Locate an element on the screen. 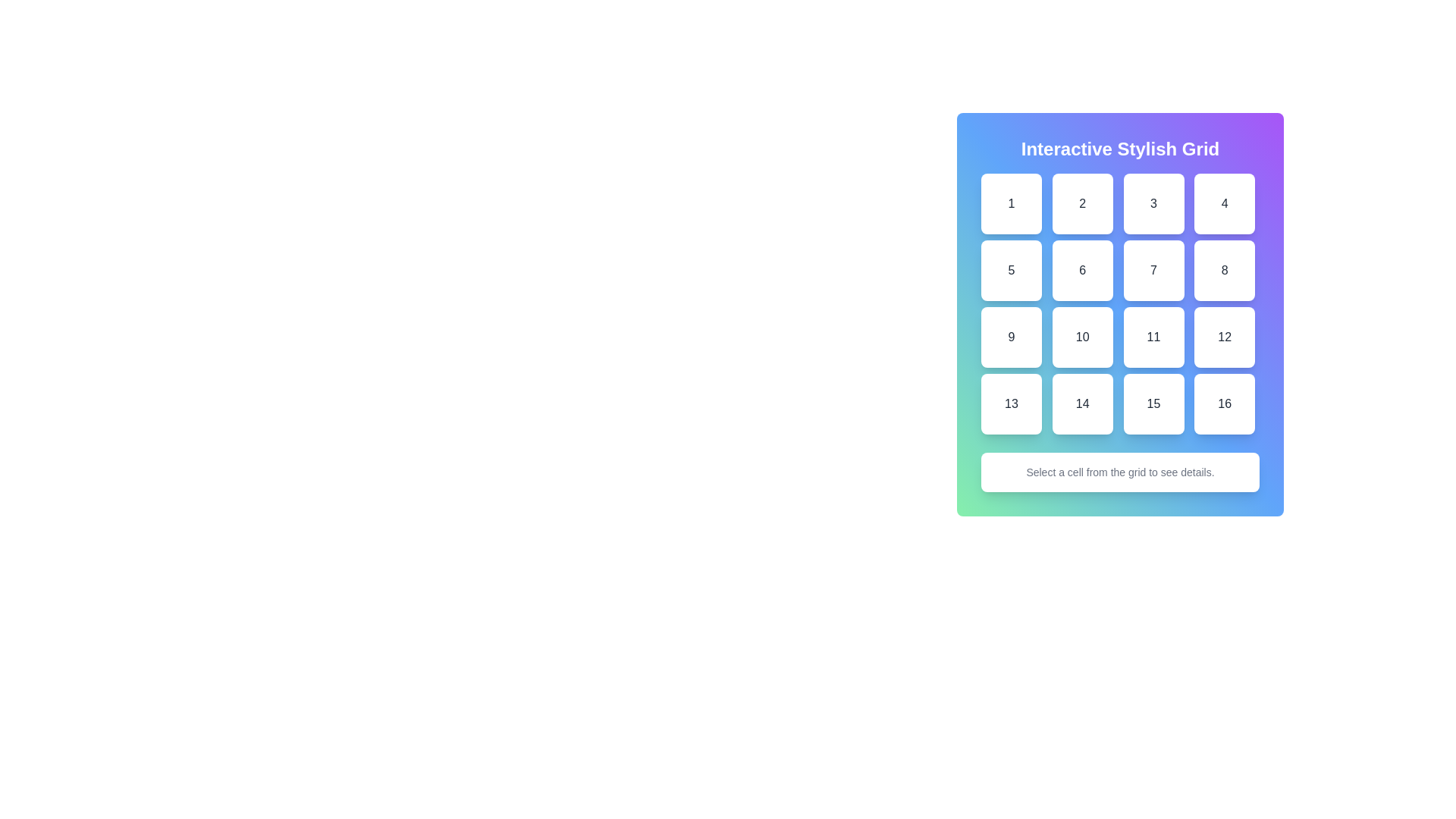  the square button with the text '13' in dark gray font, located in the bottom-left corner of a 4x4 grid structure is located at coordinates (1012, 403).